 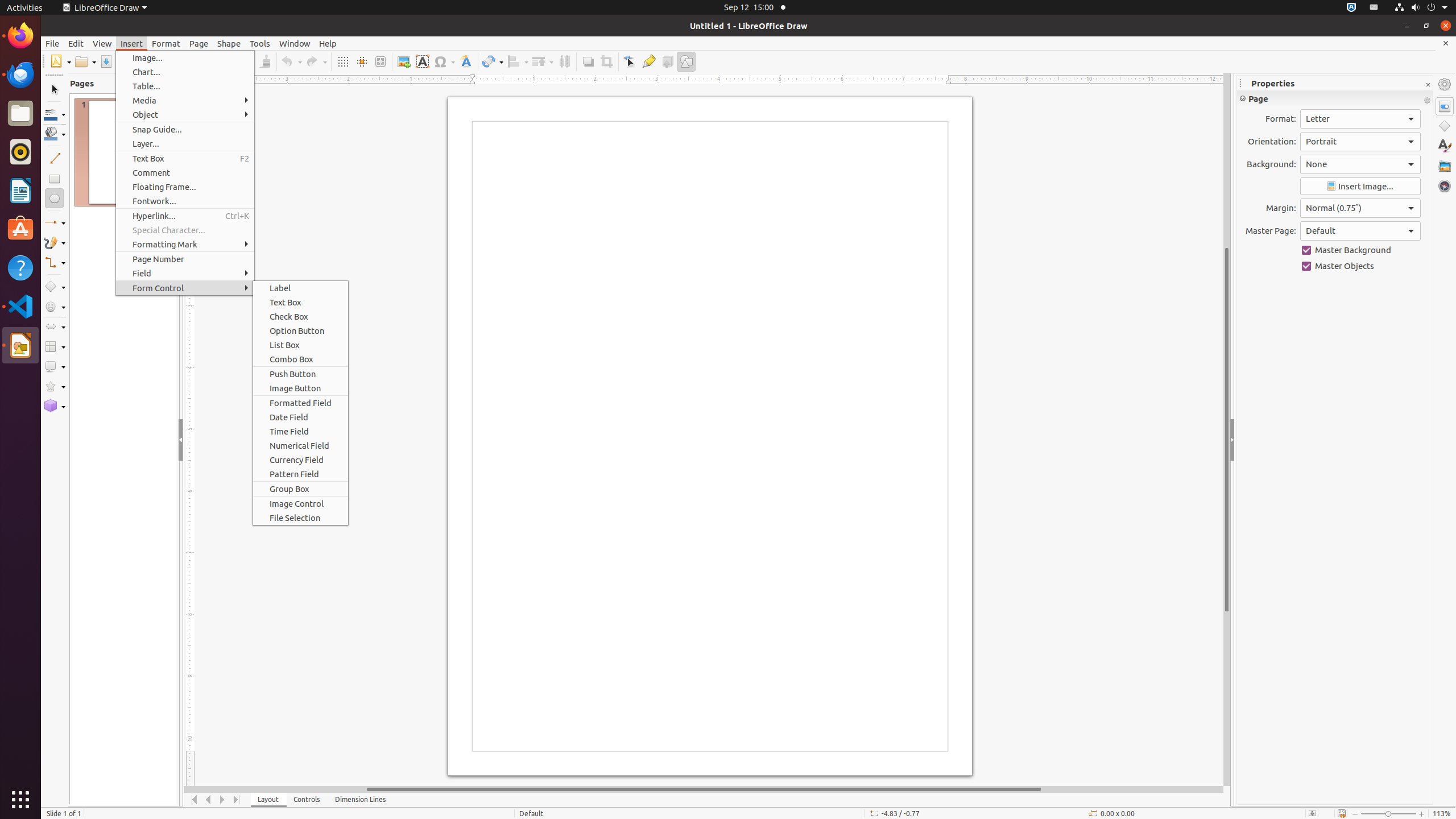 What do you see at coordinates (300, 387) in the screenshot?
I see `'Image Button'` at bounding box center [300, 387].